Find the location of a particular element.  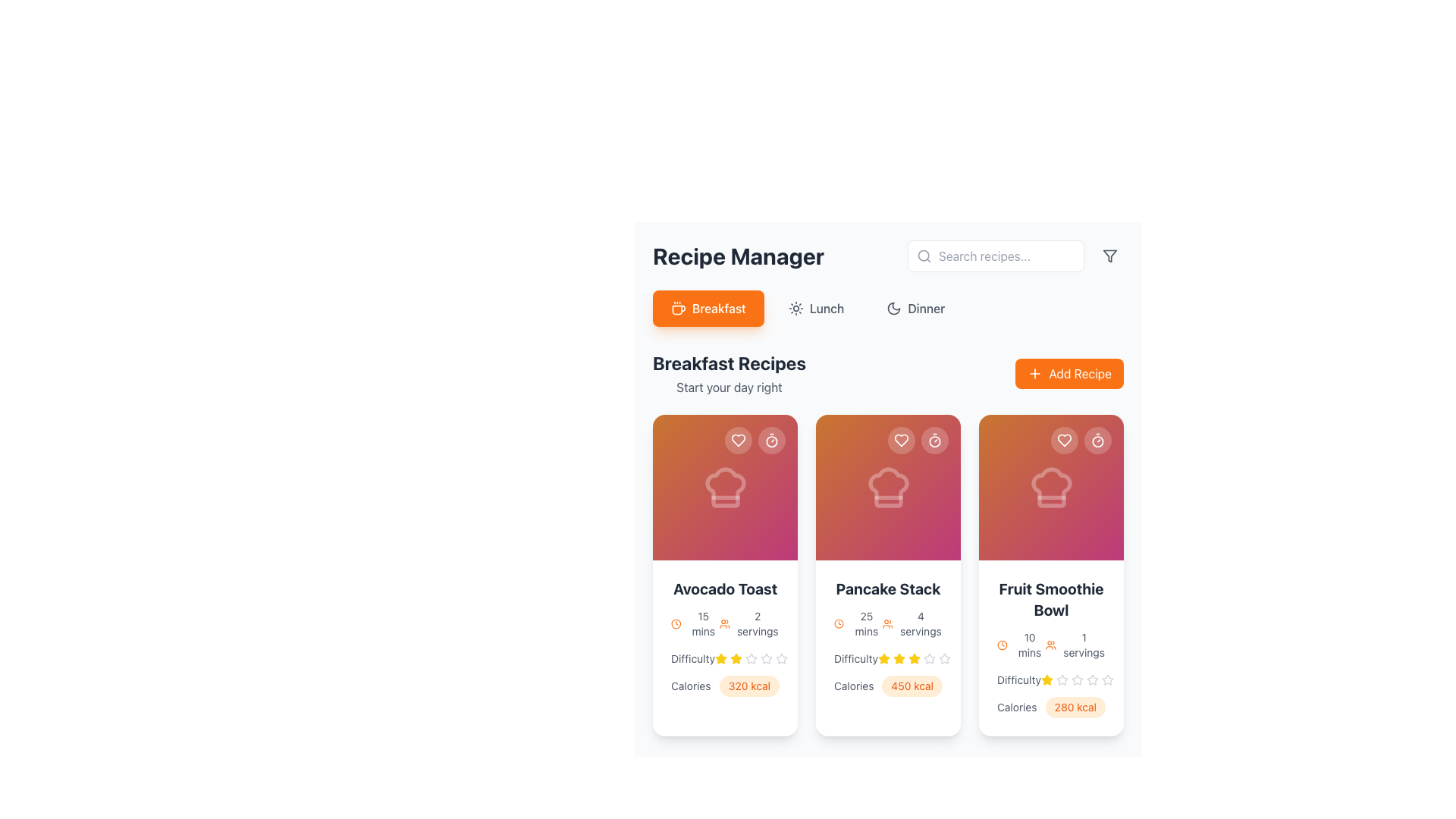

the third button in the horizontal set under 'Recipe Manager' is located at coordinates (915, 308).